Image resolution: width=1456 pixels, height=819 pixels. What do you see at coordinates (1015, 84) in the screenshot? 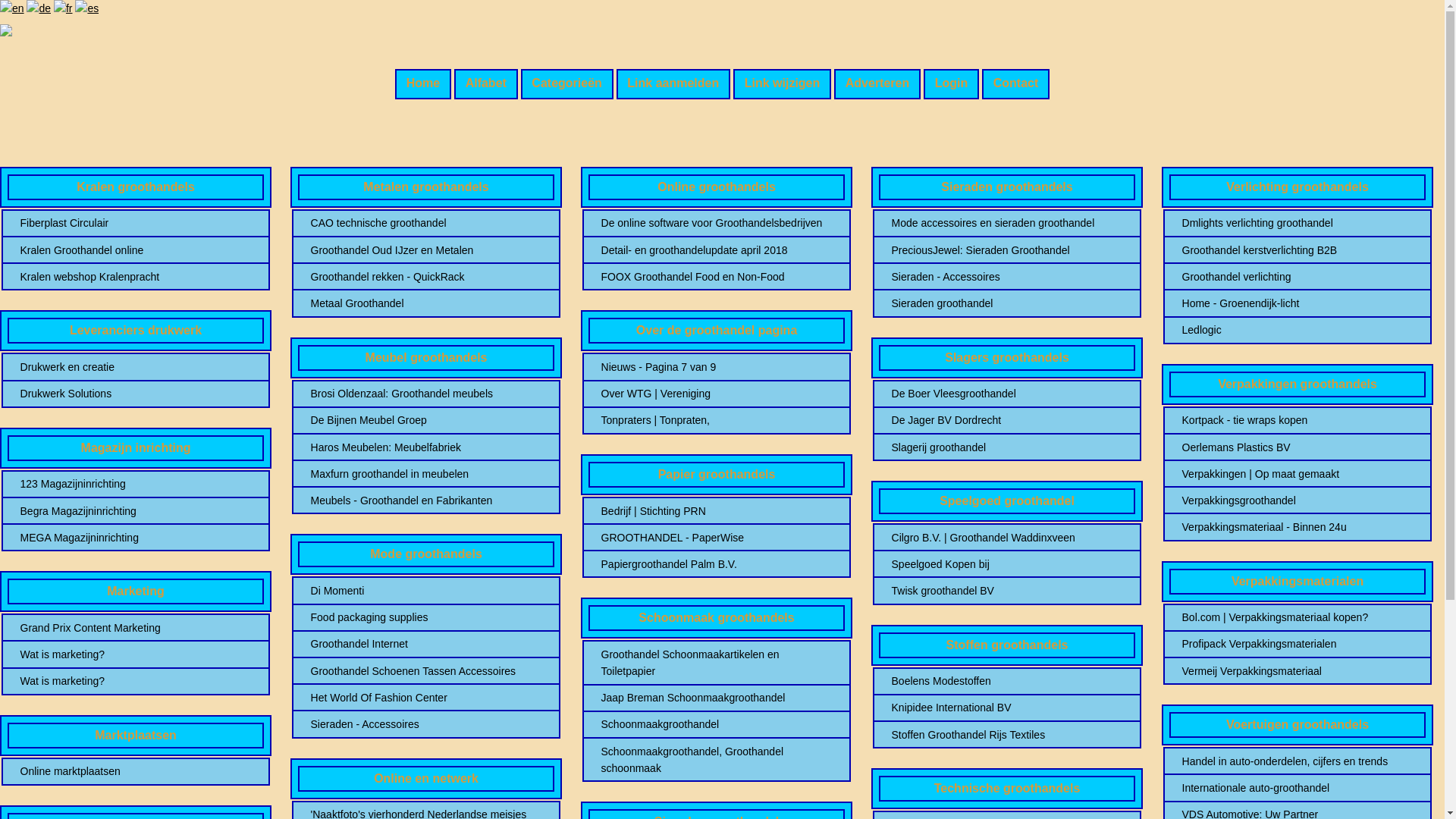
I see `'Contact'` at bounding box center [1015, 84].